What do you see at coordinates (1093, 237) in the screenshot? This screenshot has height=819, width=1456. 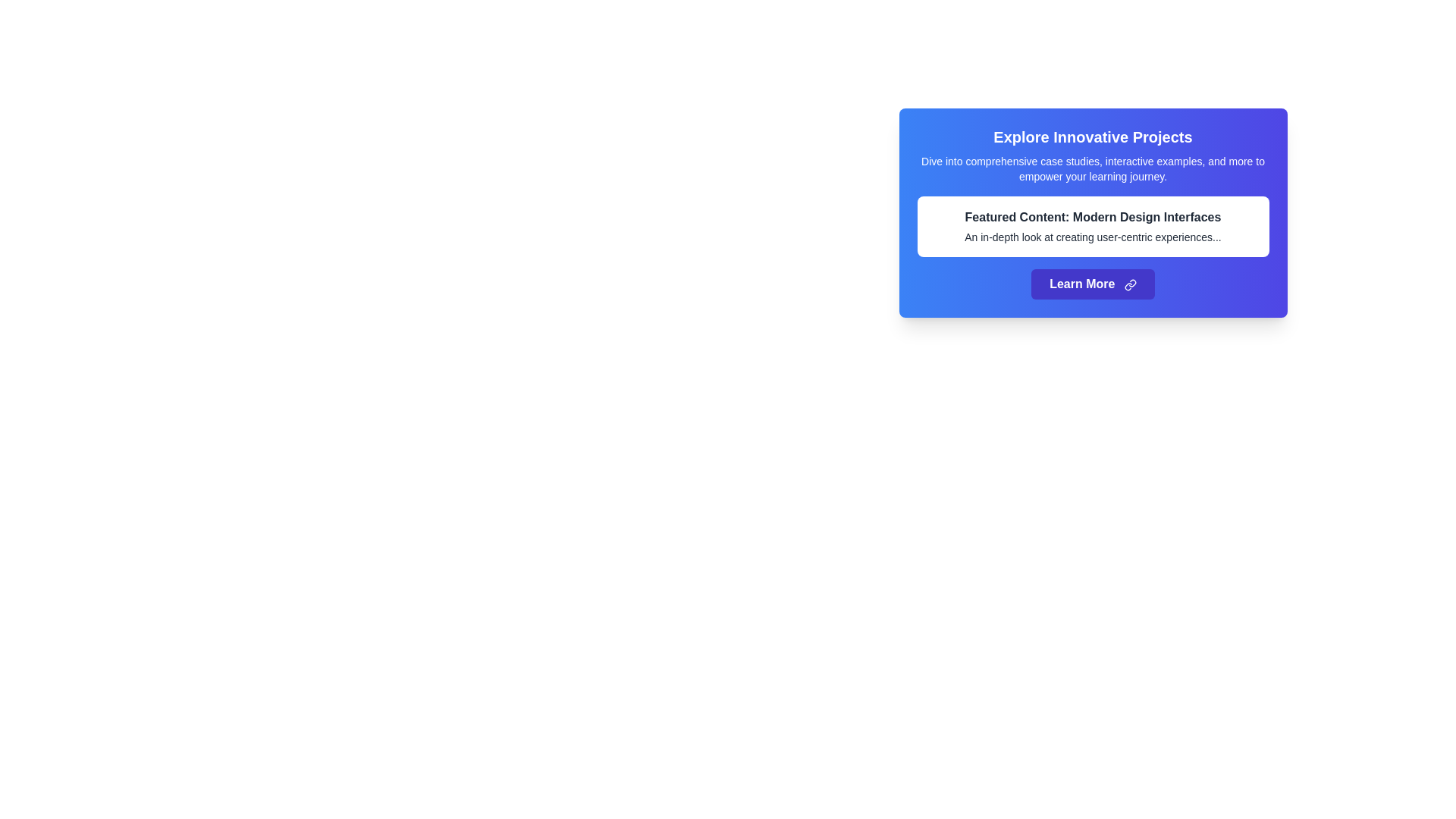 I see `the Text label providing additional context below the header 'Featured Content: Modern Design Interfaces' in the top-right region of the interface` at bounding box center [1093, 237].